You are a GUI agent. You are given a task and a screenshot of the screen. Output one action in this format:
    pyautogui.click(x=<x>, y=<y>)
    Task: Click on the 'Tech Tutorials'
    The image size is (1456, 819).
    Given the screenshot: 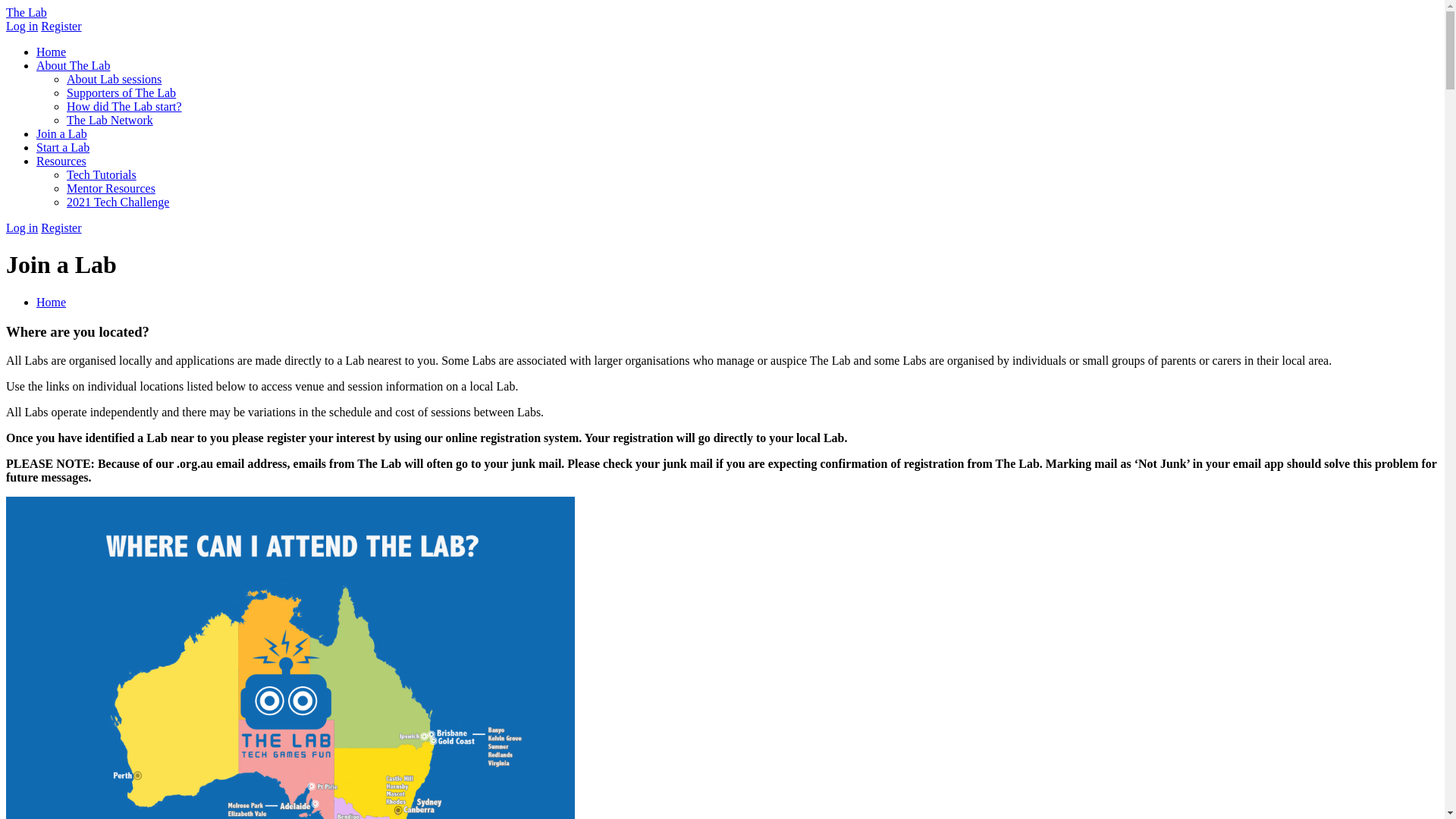 What is the action you would take?
    pyautogui.click(x=101, y=174)
    